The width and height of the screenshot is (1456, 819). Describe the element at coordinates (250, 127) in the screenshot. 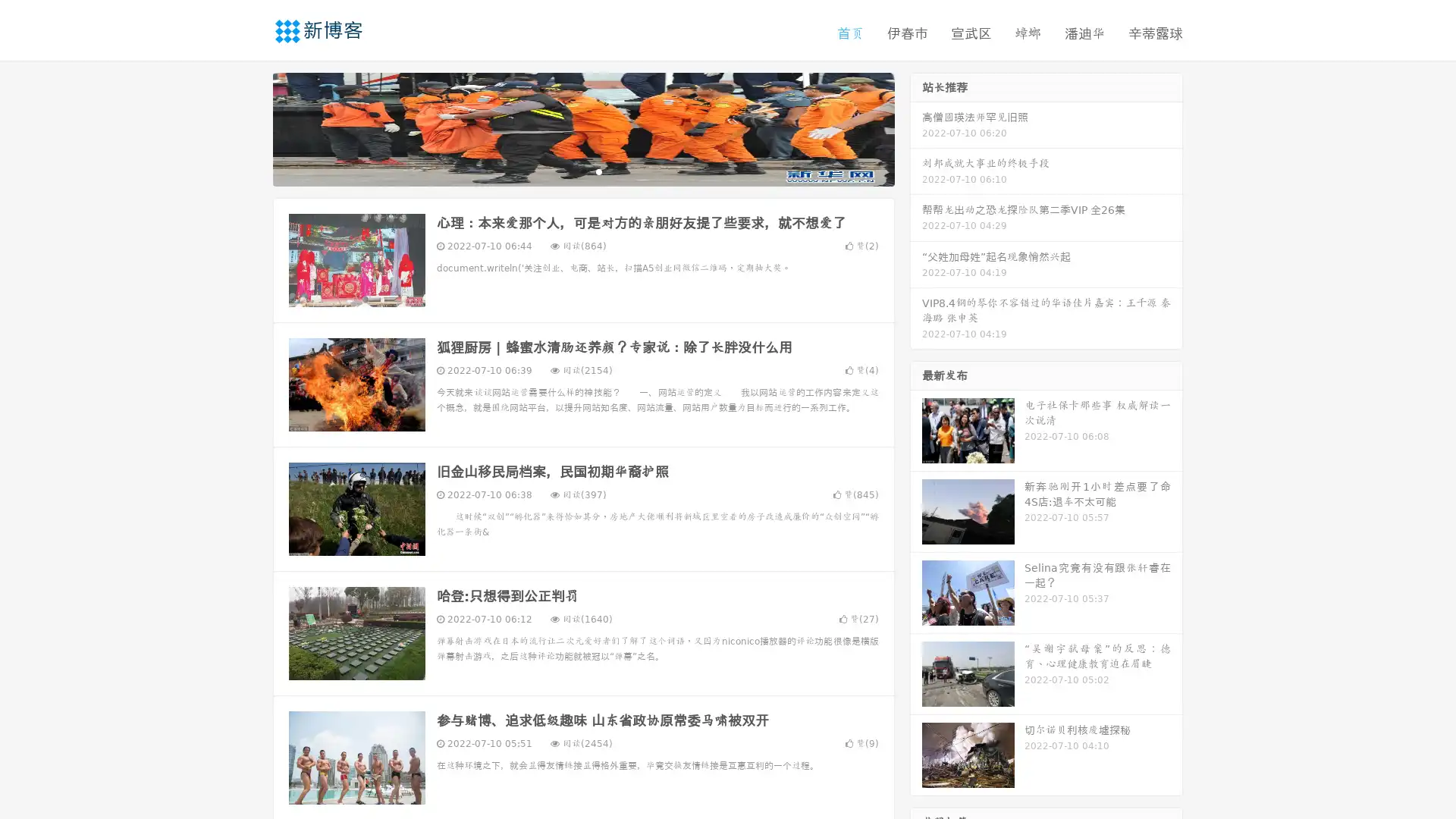

I see `Previous slide` at that location.